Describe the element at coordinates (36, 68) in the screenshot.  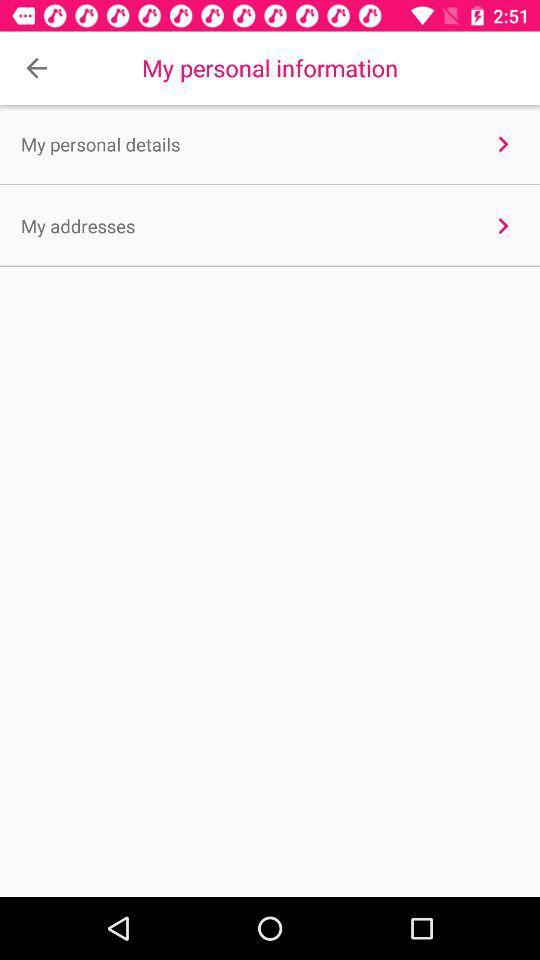
I see `the icon above the my personal details icon` at that location.